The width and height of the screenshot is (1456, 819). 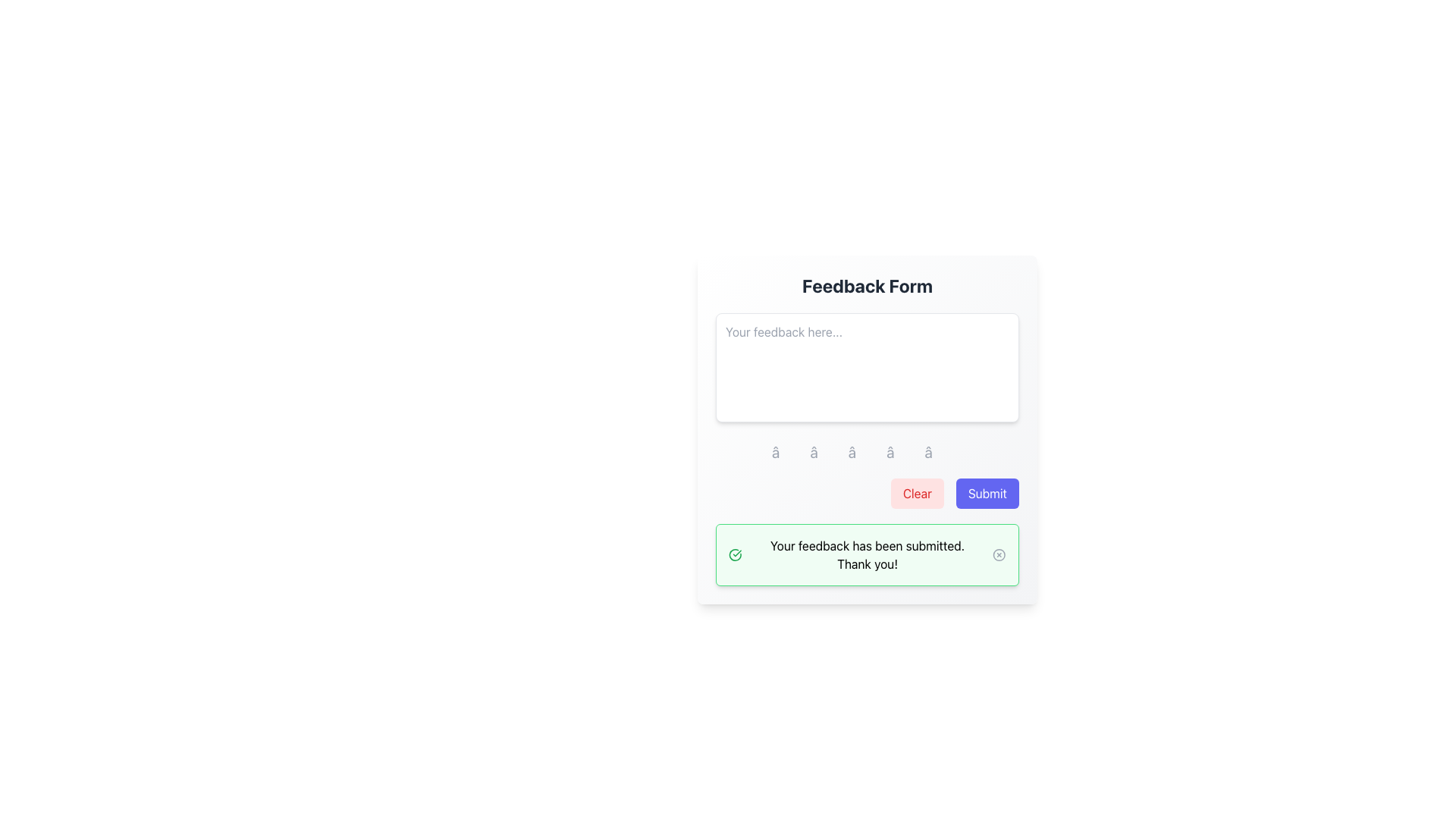 I want to click on the 'Submit' button, which is a vibrant indigo rectangular button with rounded corners that contains the white text 'Submit', positioned towards the right side of the form, so click(x=987, y=494).